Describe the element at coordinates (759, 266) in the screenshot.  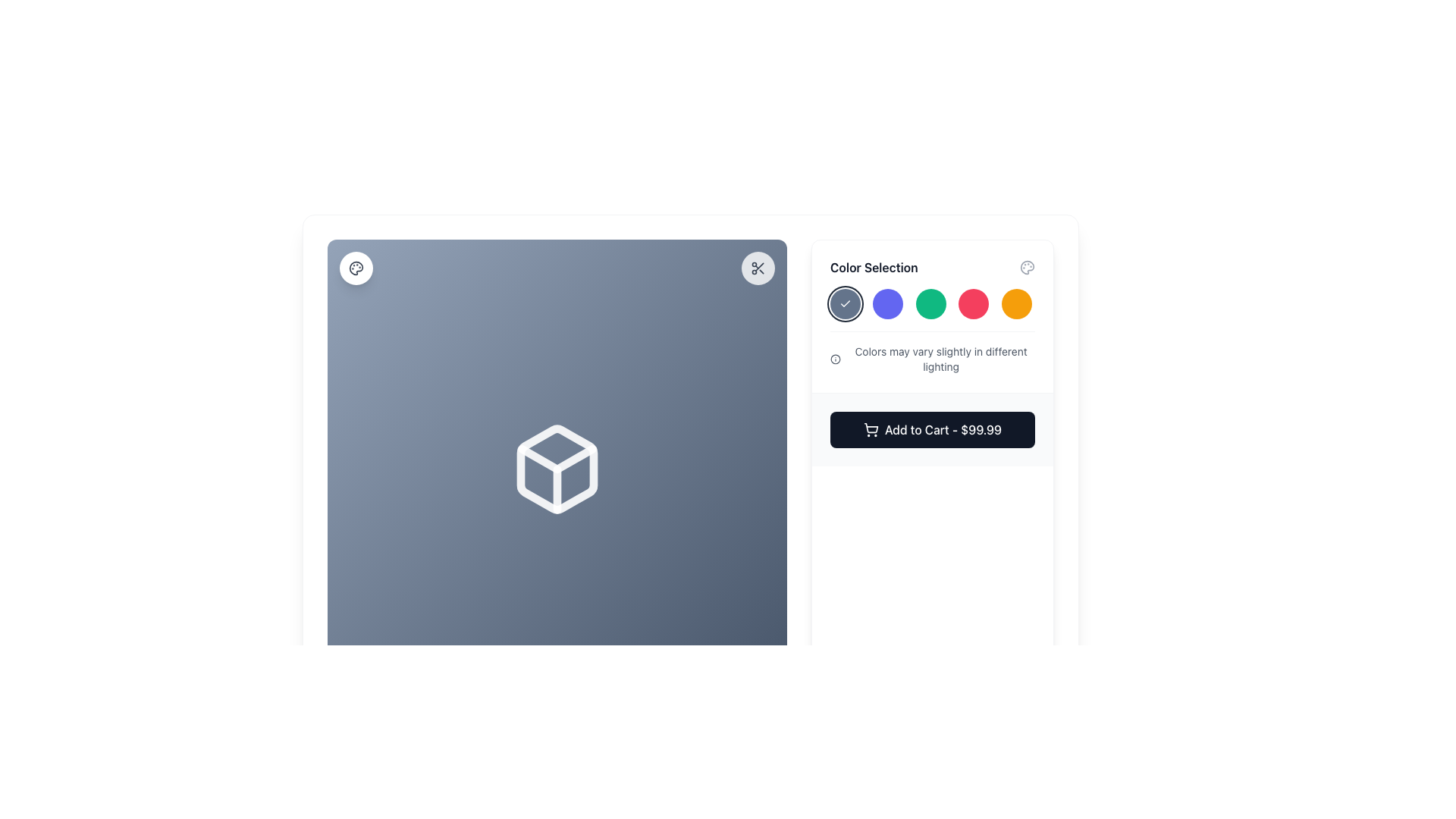
I see `the thin diagonal line forming part of the scissor icon located in the upper-right corner of the main visual panel` at that location.